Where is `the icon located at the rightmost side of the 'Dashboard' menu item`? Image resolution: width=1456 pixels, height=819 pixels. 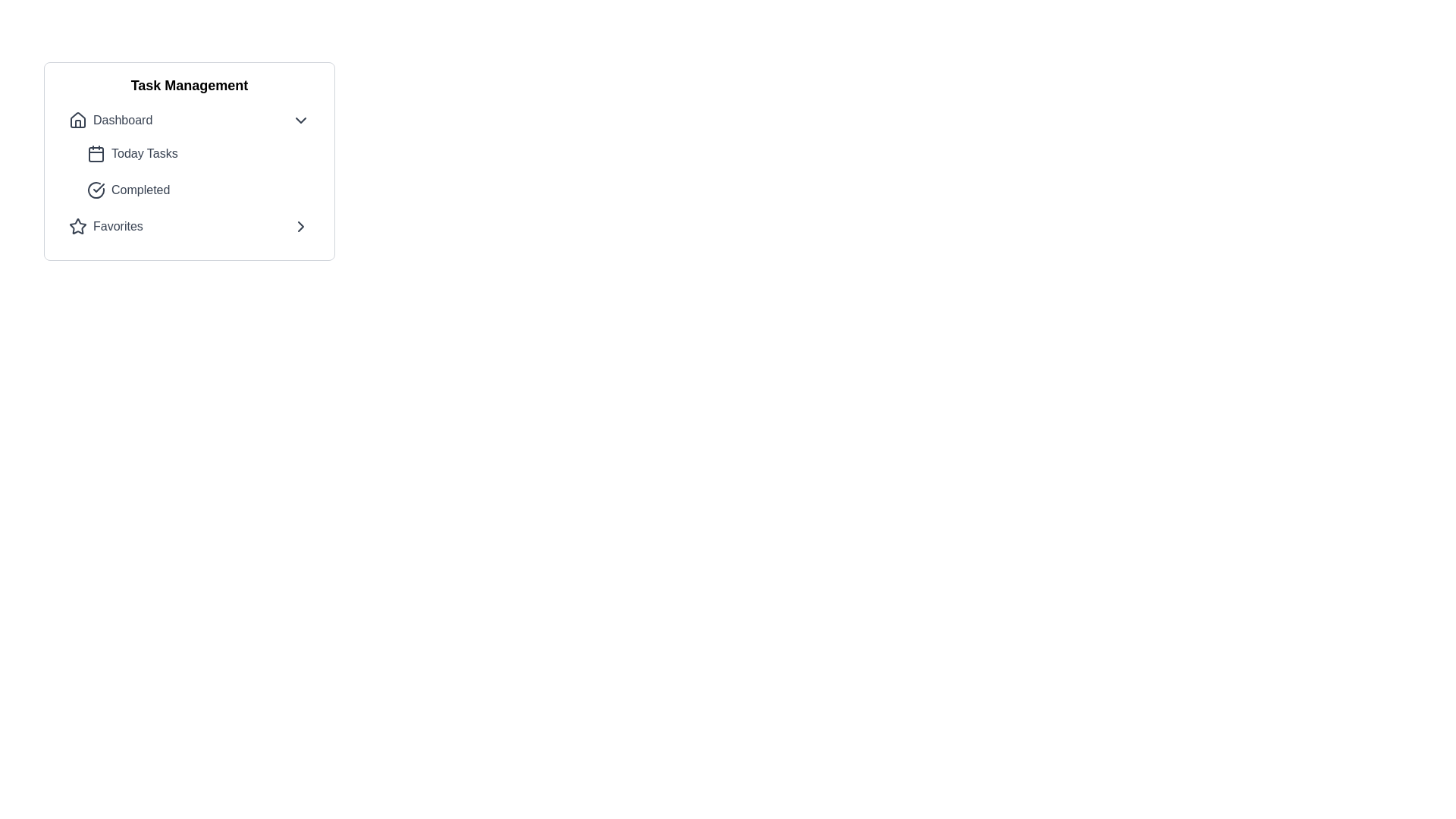
the icon located at the rightmost side of the 'Dashboard' menu item is located at coordinates (301, 119).